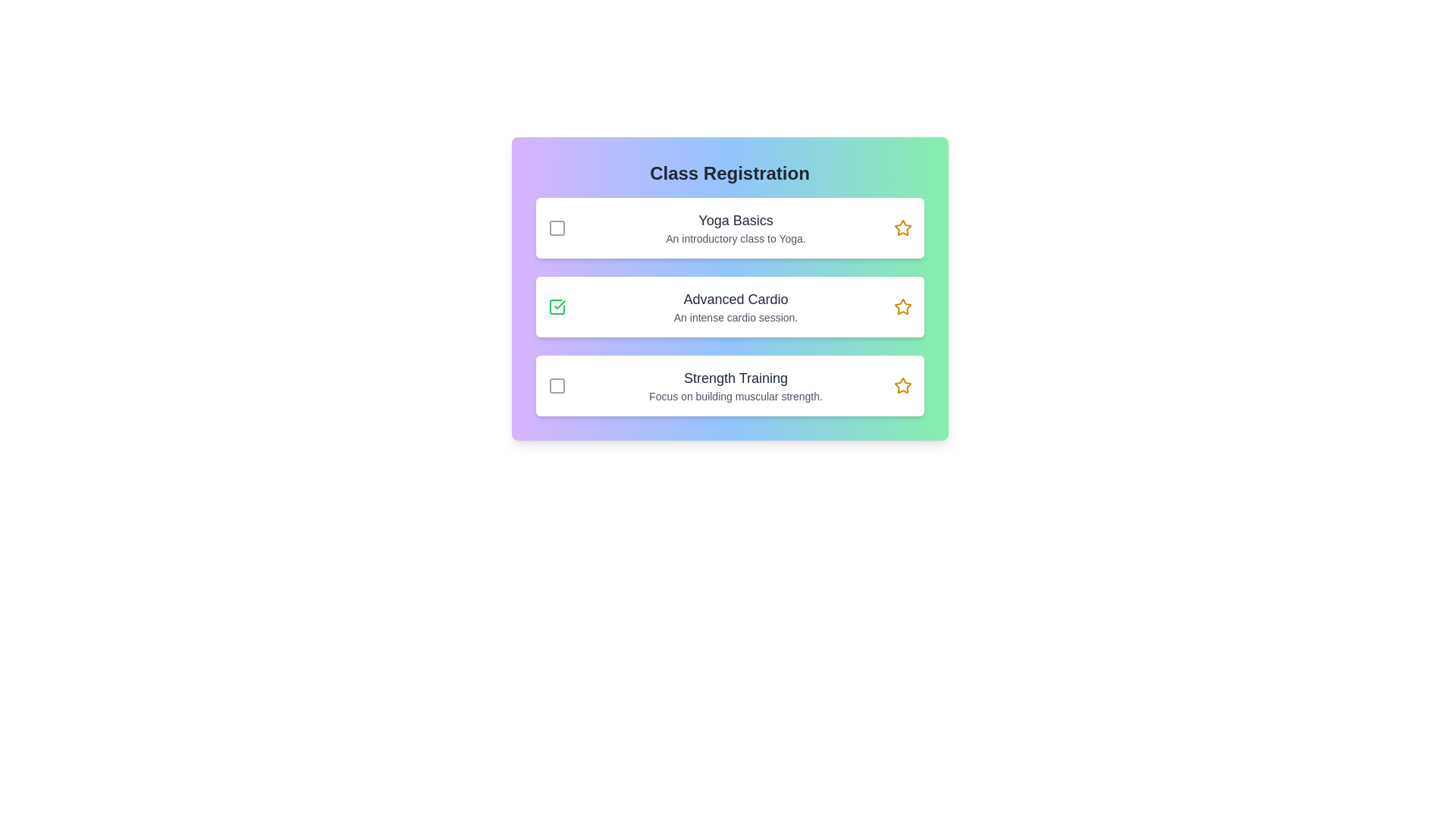 The width and height of the screenshot is (1456, 819). What do you see at coordinates (902, 227) in the screenshot?
I see `the star icon to bookmark the class Yoga Basics` at bounding box center [902, 227].